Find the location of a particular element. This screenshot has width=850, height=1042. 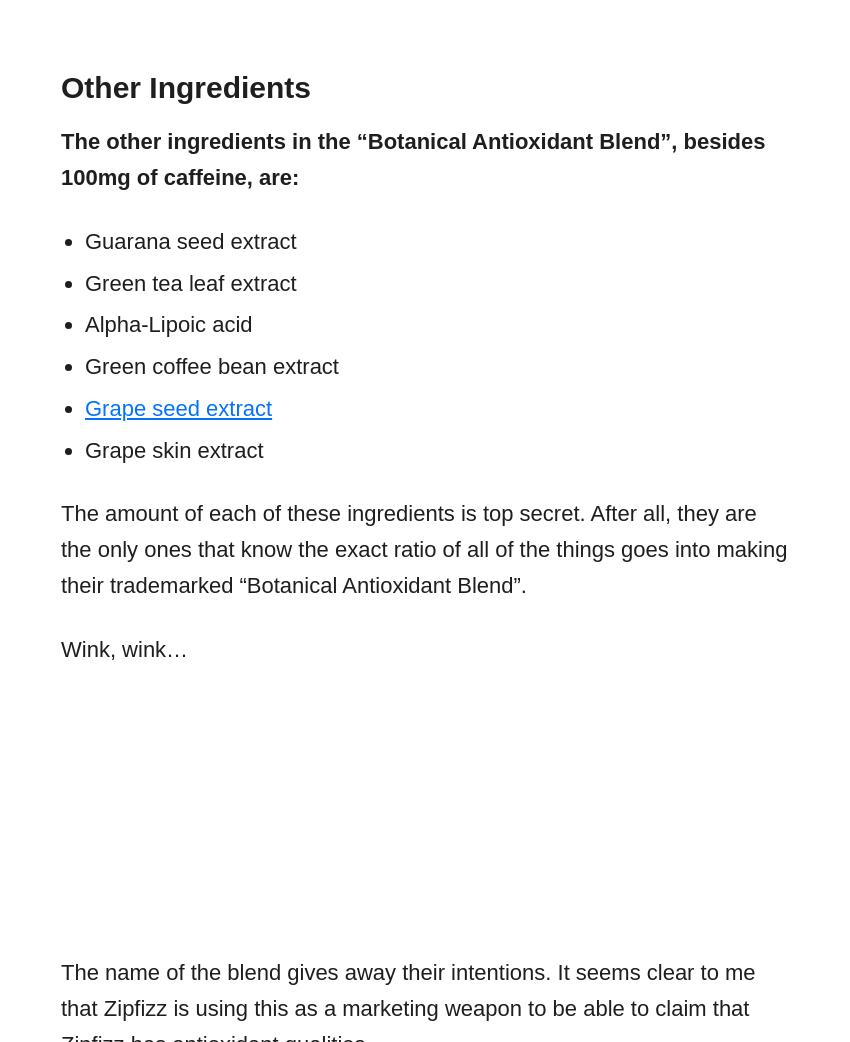

'Green coffee bean extract' is located at coordinates (210, 365).